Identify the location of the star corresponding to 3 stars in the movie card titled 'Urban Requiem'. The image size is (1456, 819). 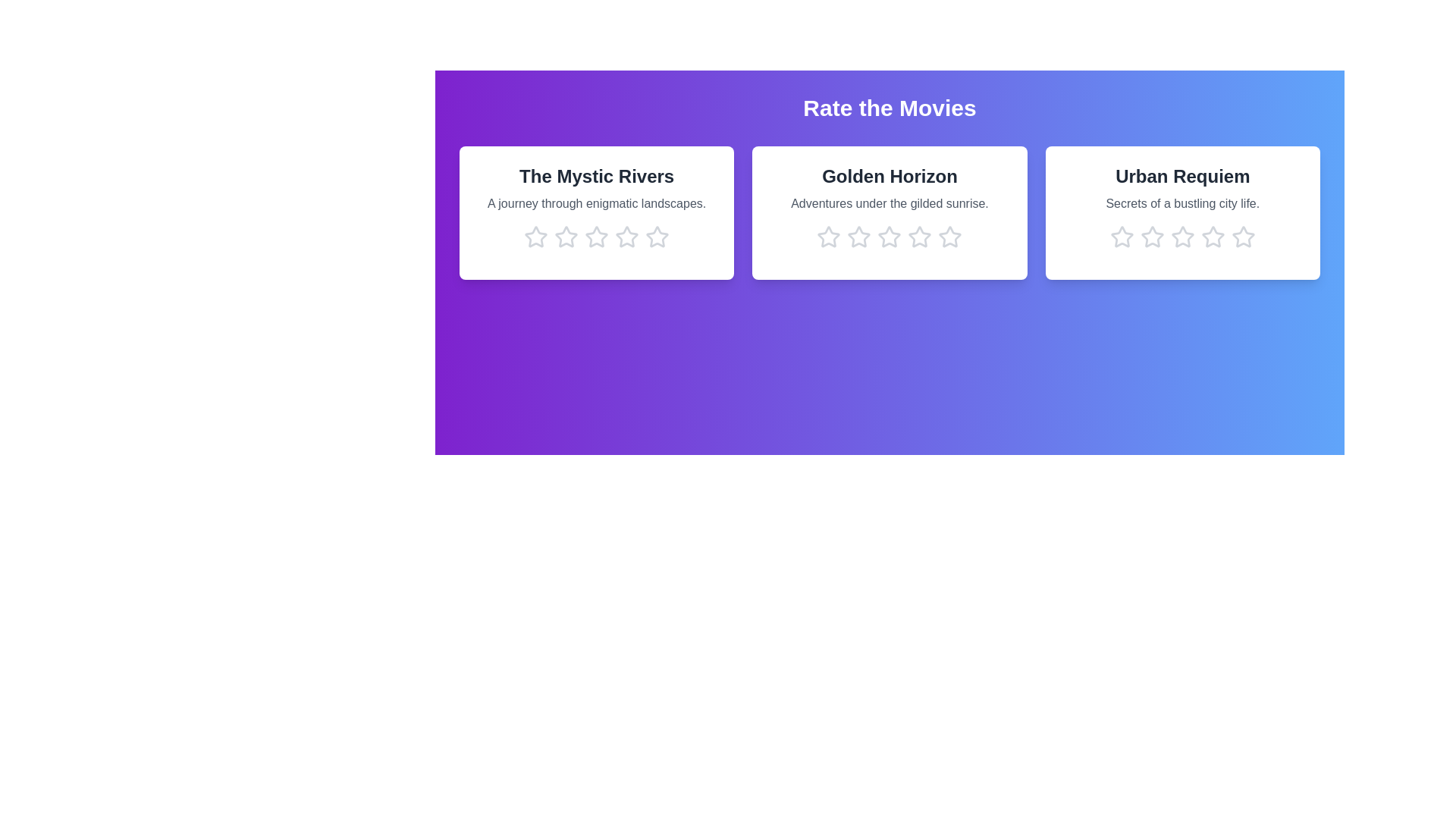
(1181, 237).